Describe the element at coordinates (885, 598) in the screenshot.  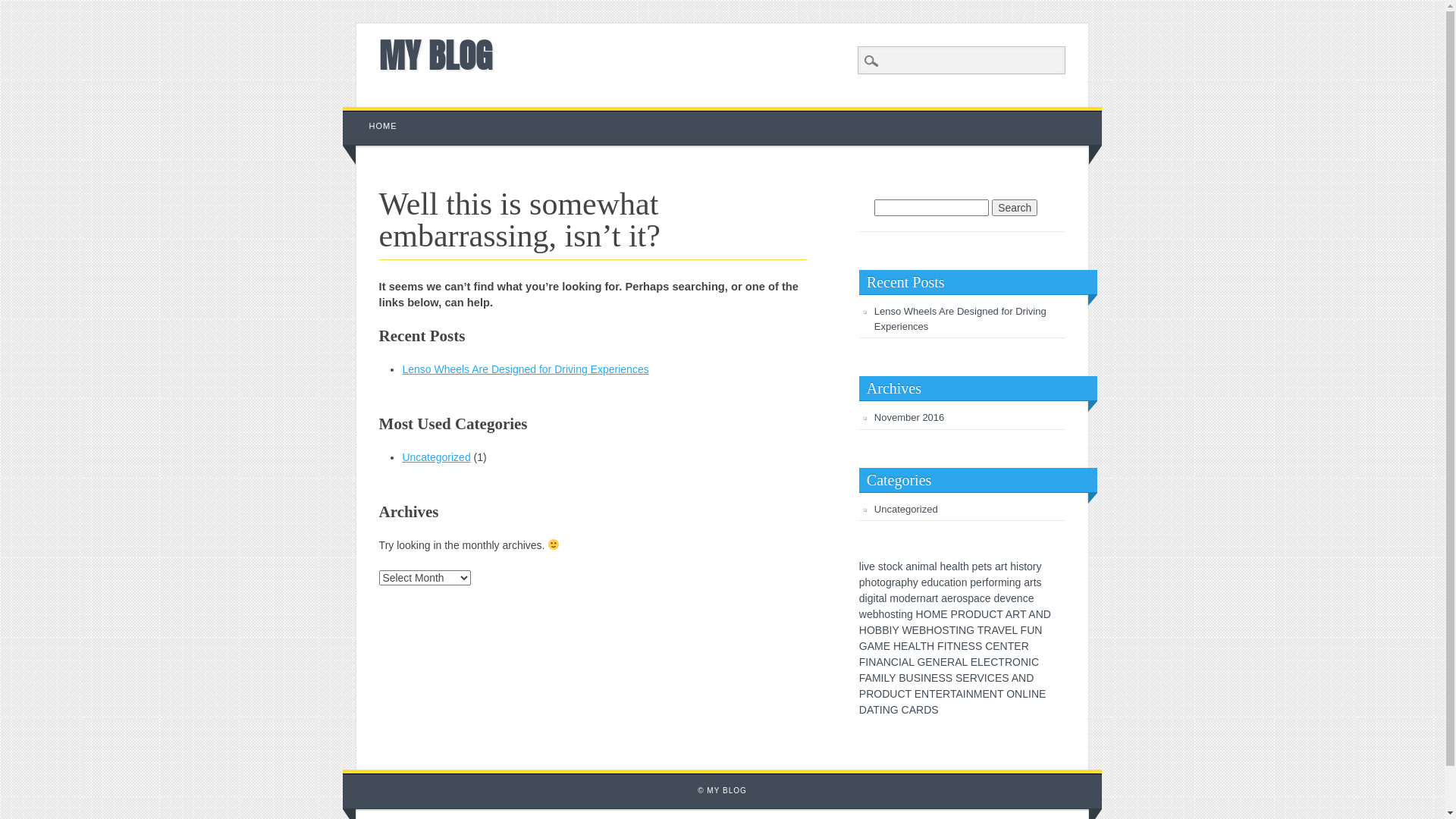
I see `'l'` at that location.